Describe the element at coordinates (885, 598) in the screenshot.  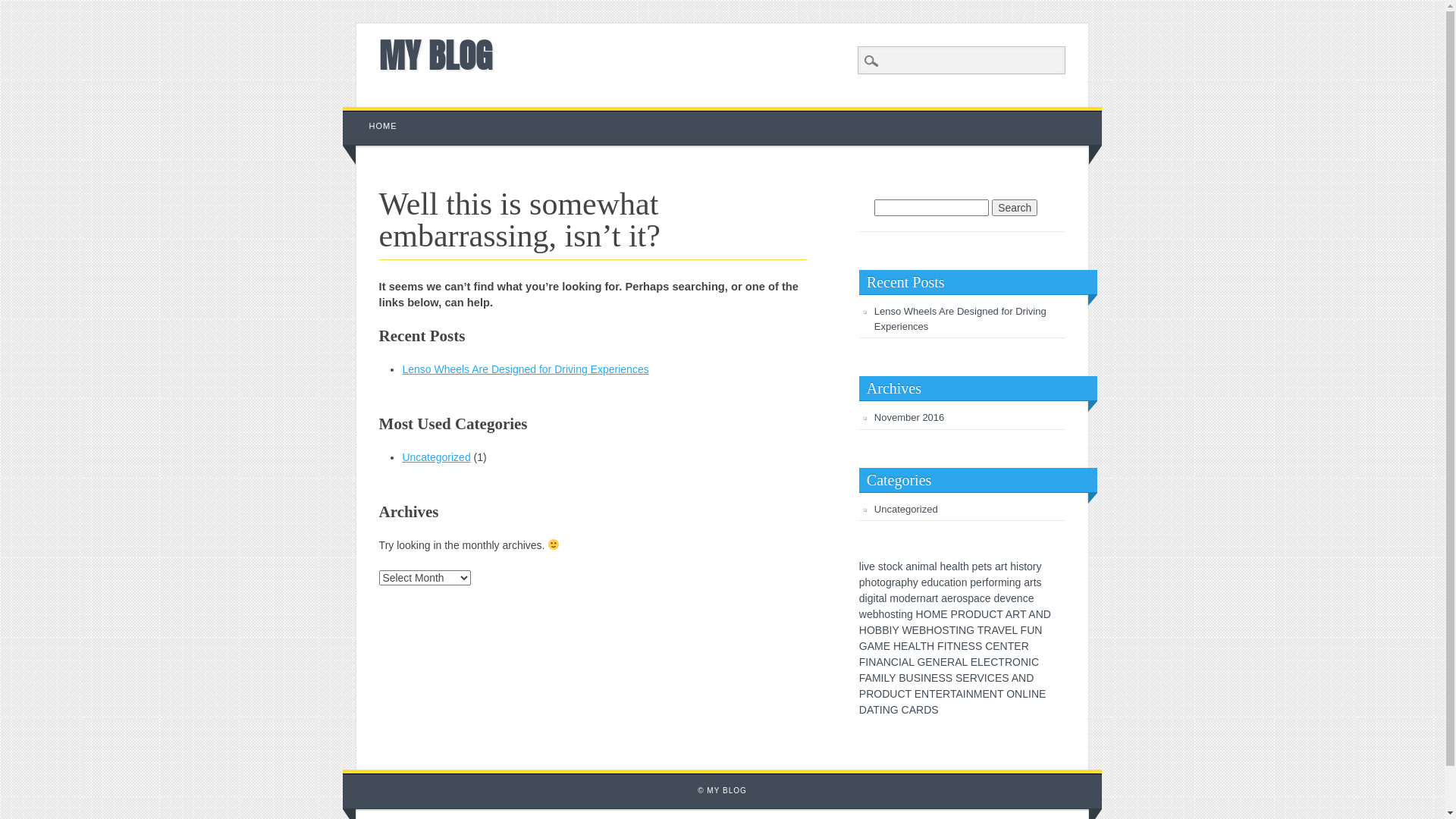
I see `'l'` at that location.